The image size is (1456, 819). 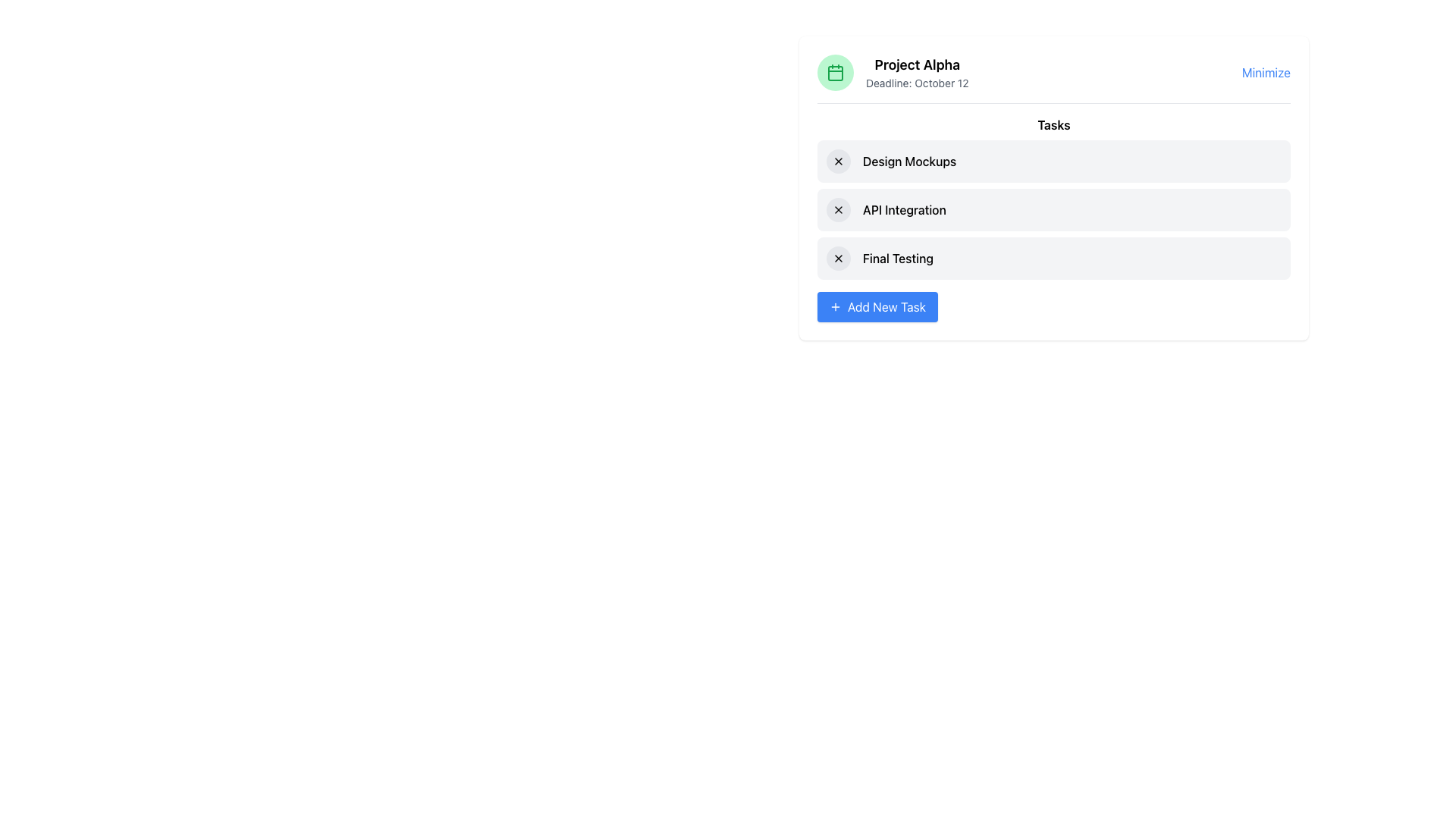 What do you see at coordinates (837, 210) in the screenshot?
I see `the circular gray button with an 'X' icon located in the second task row labeled 'API Integration'` at bounding box center [837, 210].